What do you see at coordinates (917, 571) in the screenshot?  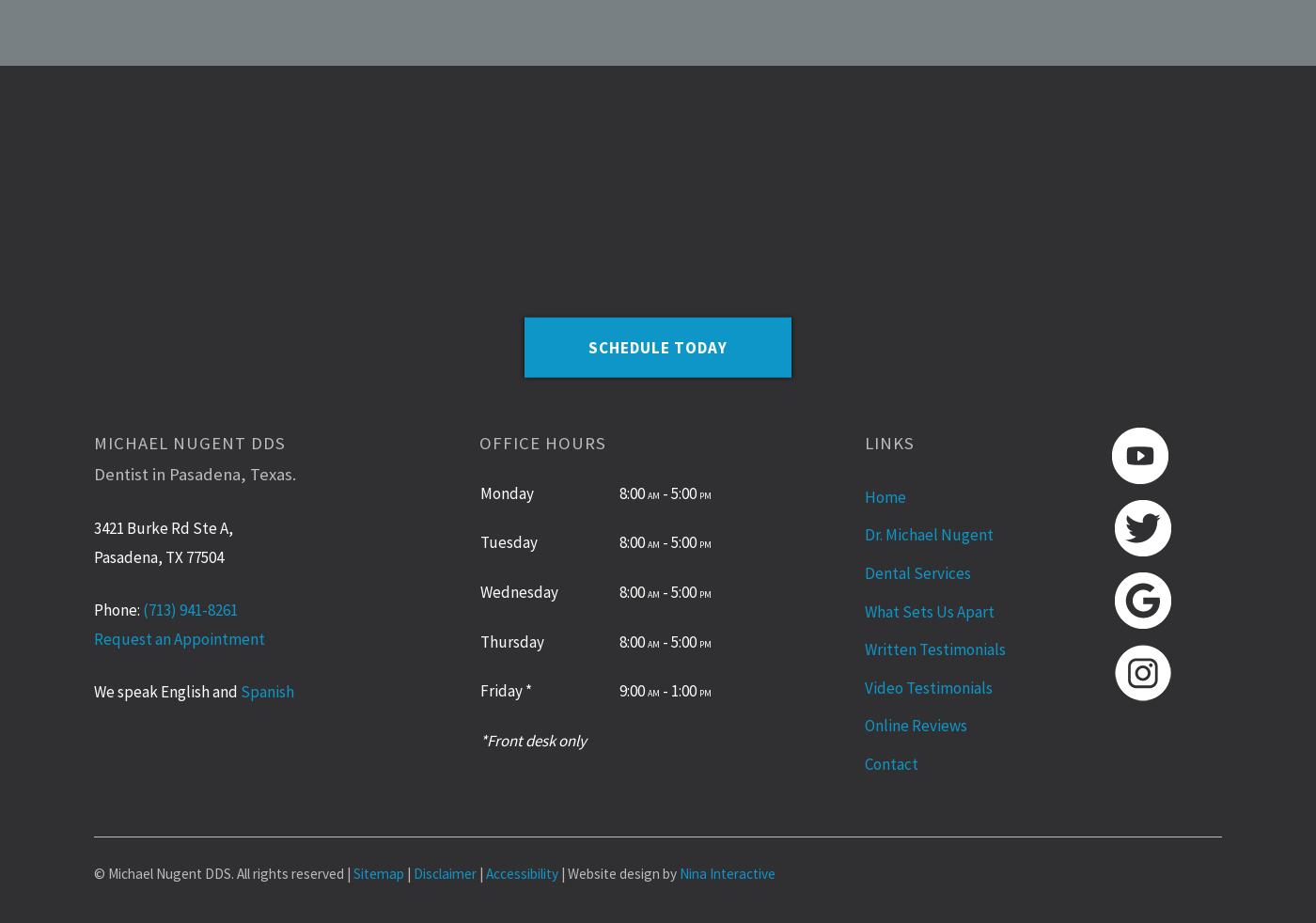 I see `'Dental Services'` at bounding box center [917, 571].